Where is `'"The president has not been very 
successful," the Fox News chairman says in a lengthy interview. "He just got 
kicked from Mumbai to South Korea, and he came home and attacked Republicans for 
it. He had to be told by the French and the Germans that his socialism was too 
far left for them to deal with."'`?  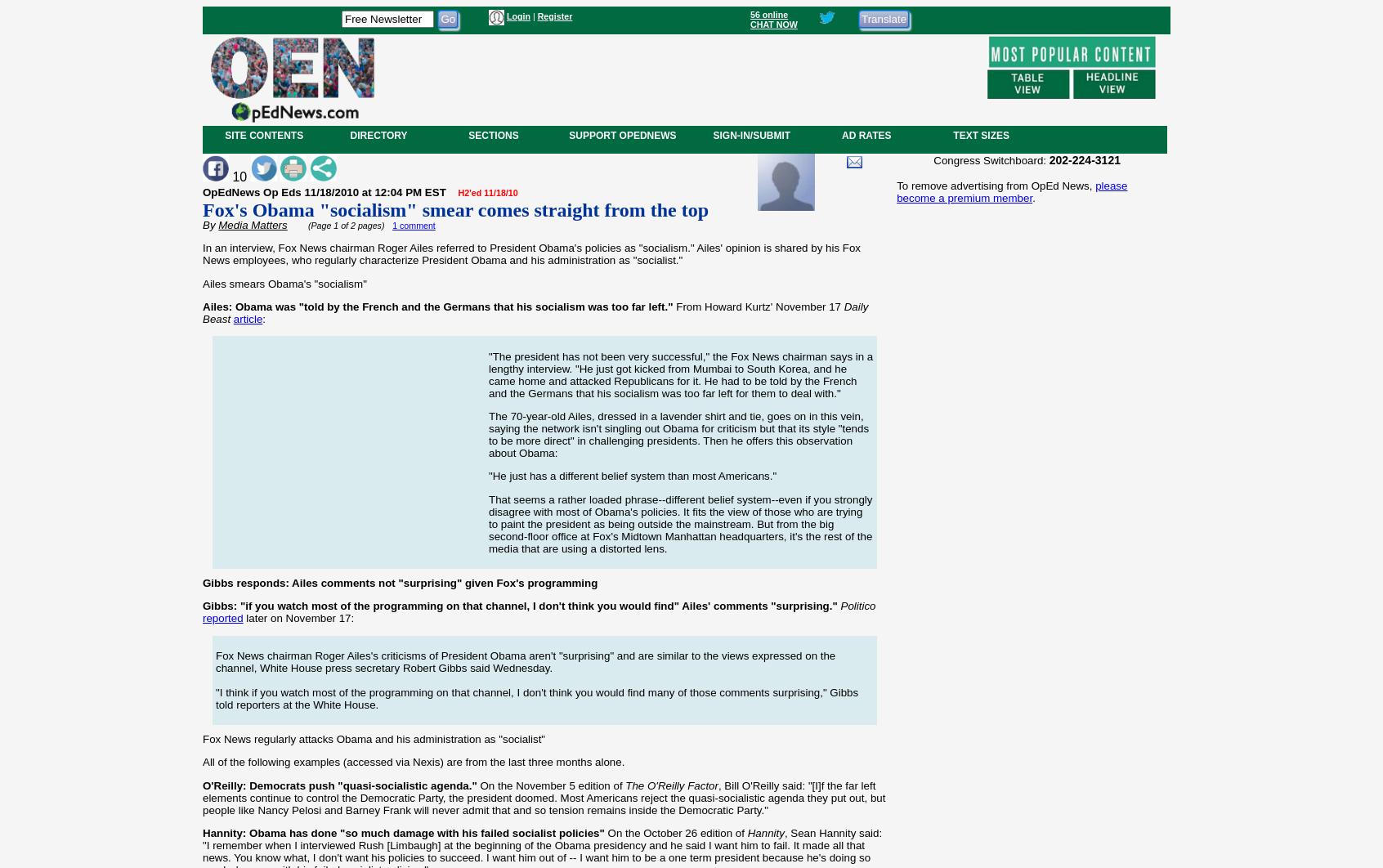 '"The president has not been very 
successful," the Fox News chairman says in a lengthy interview. "He just got 
kicked from Mumbai to South Korea, and he came home and attacked Republicans for 
it. He had to be told by the French and the Germans that his socialism was too 
far left for them to deal with."' is located at coordinates (680, 374).